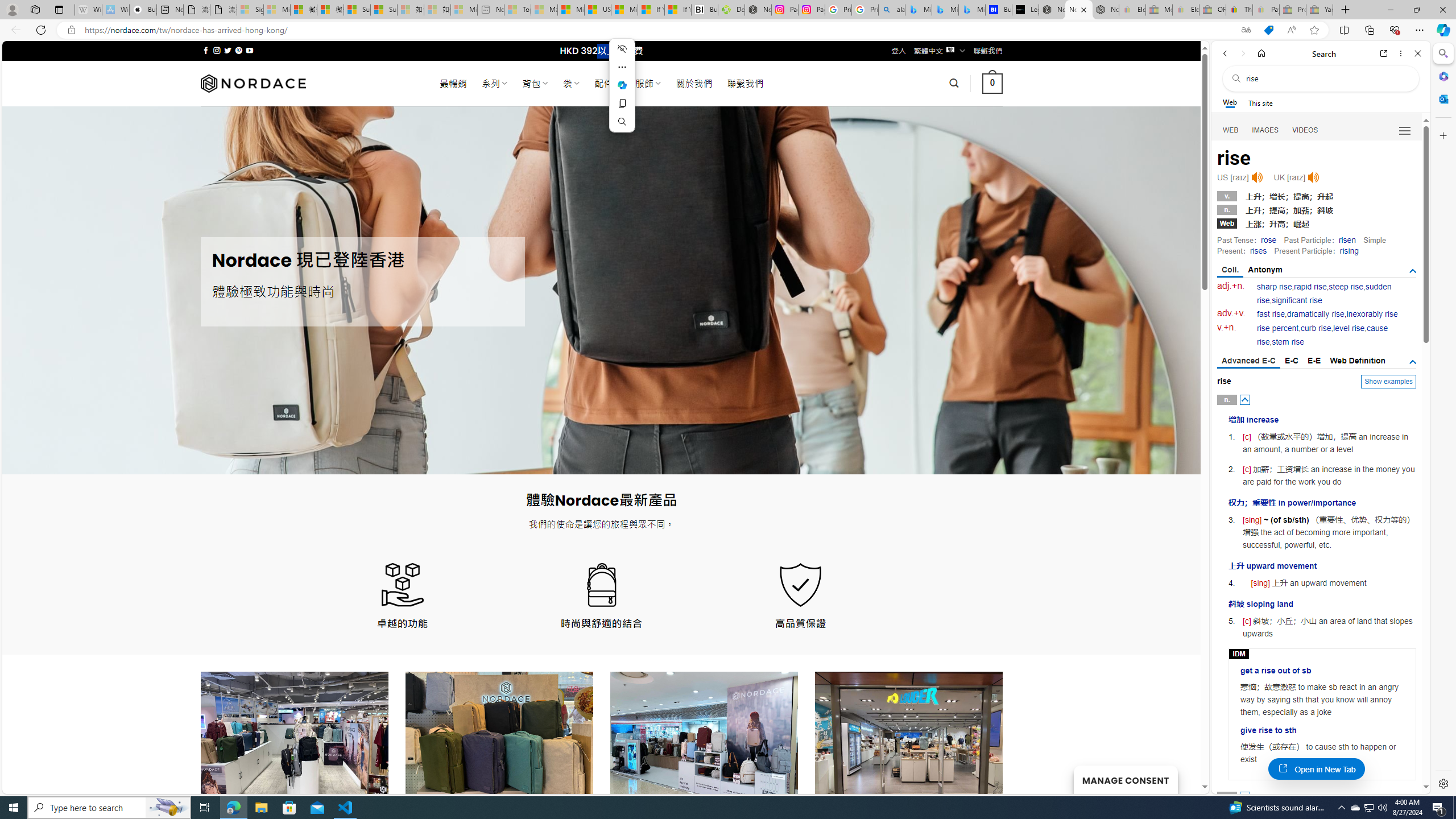 The width and height of the screenshot is (1456, 819). I want to click on 'Microsoft Bing Travel - Shangri-La Hotel Bangkok', so click(971, 9).